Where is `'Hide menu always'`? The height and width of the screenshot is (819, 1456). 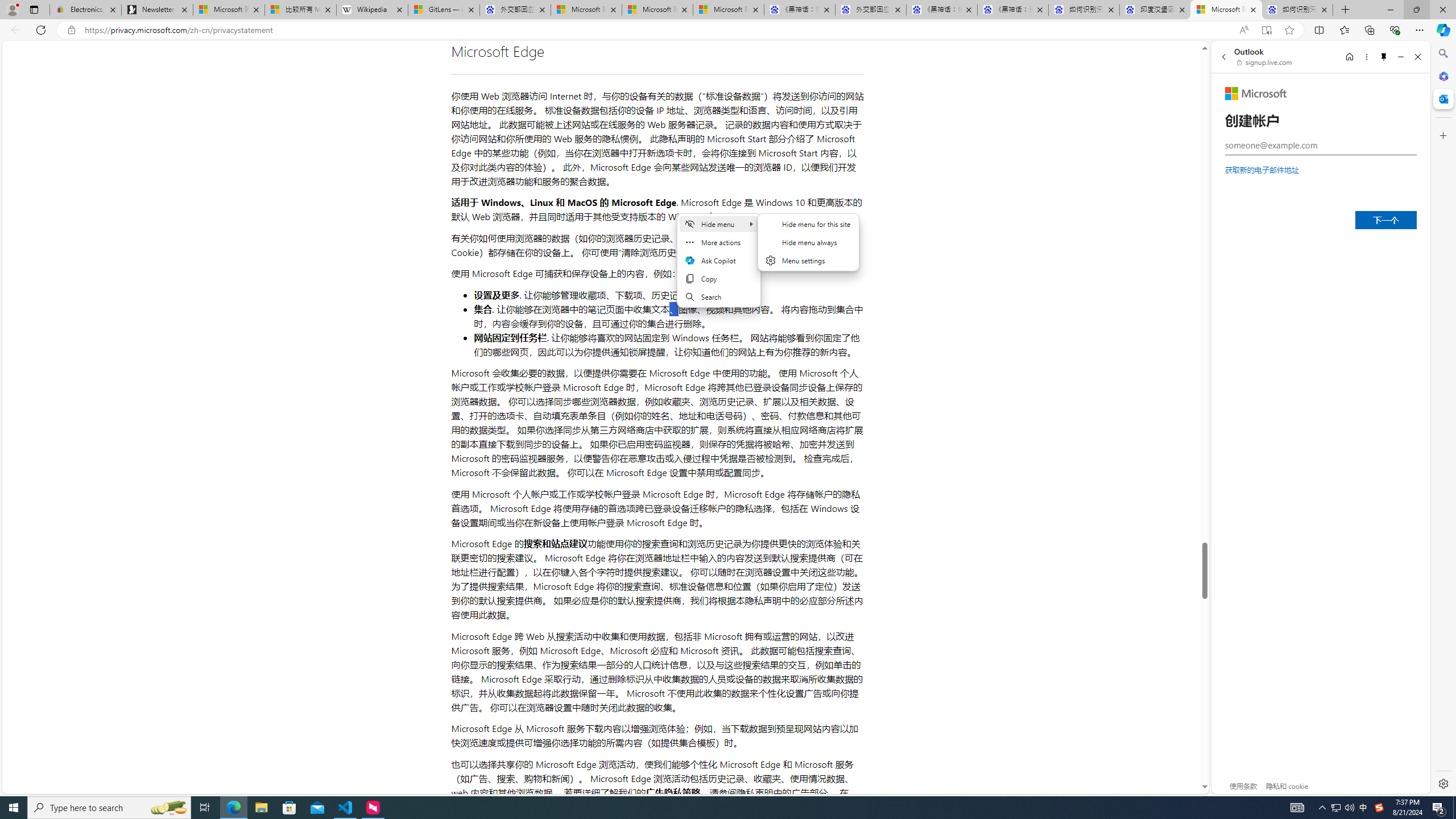
'Hide menu always' is located at coordinates (809, 242).